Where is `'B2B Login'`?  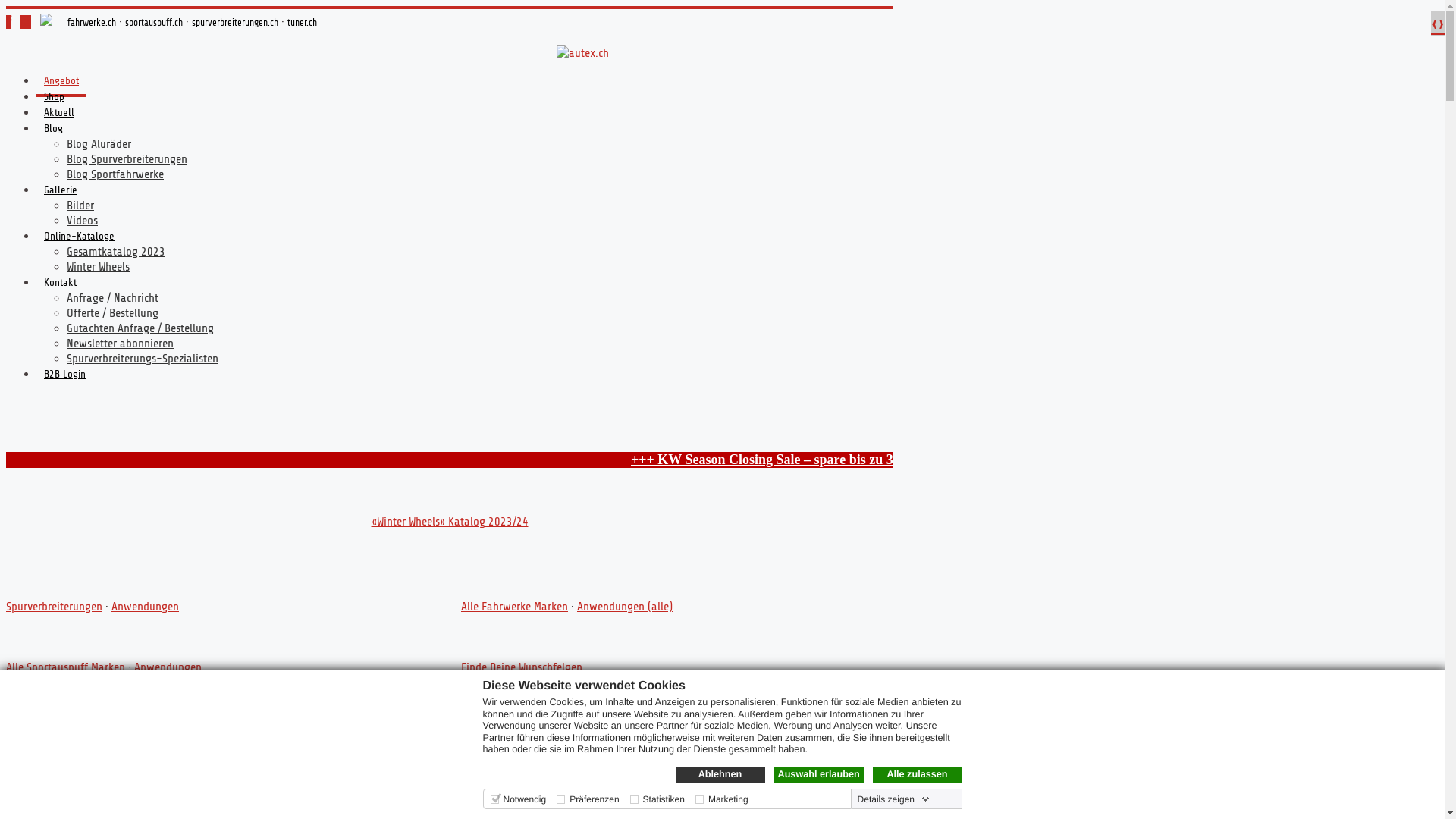 'B2B Login' is located at coordinates (36, 376).